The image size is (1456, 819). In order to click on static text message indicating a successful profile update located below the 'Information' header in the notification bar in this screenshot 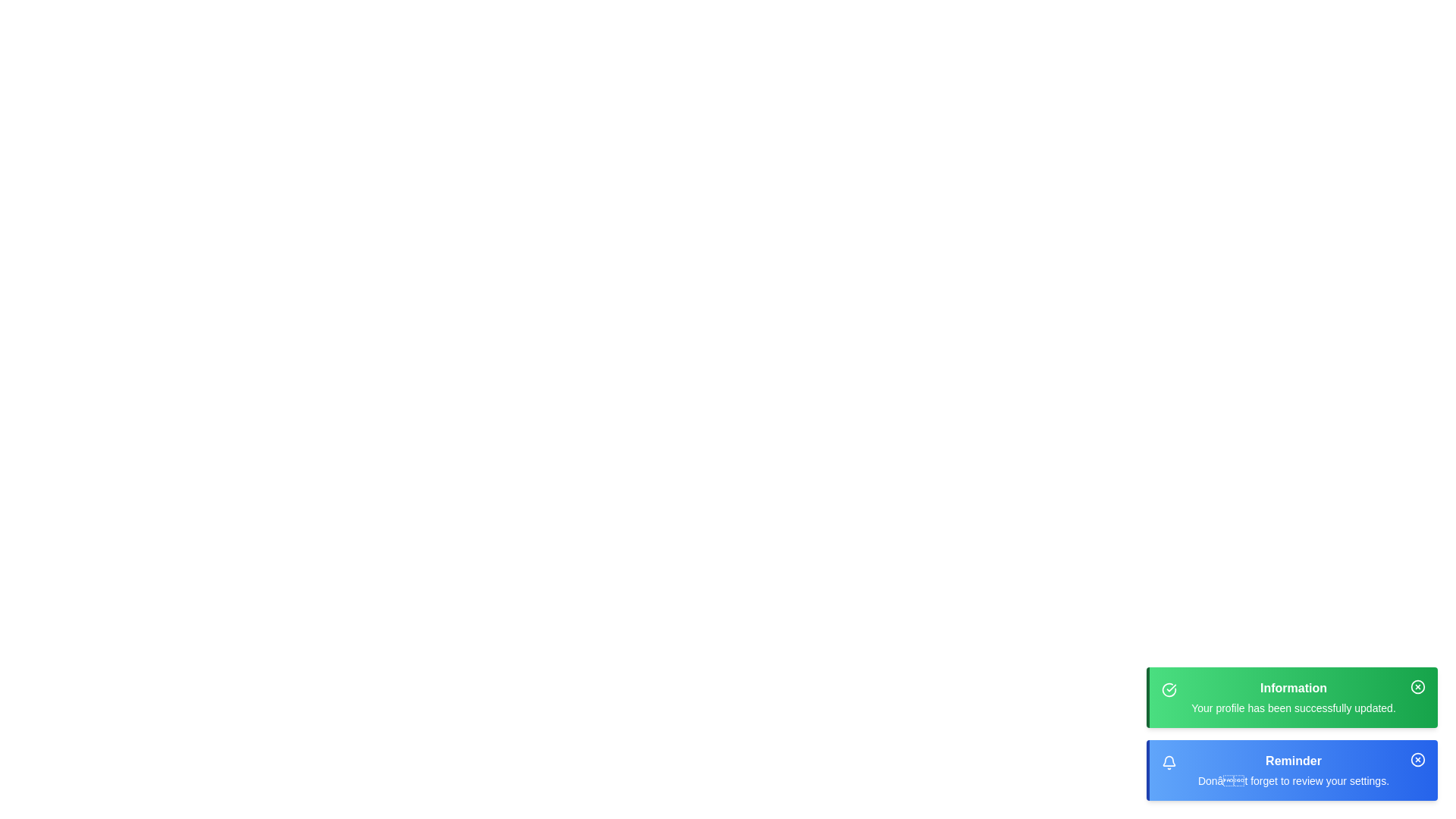, I will do `click(1292, 708)`.